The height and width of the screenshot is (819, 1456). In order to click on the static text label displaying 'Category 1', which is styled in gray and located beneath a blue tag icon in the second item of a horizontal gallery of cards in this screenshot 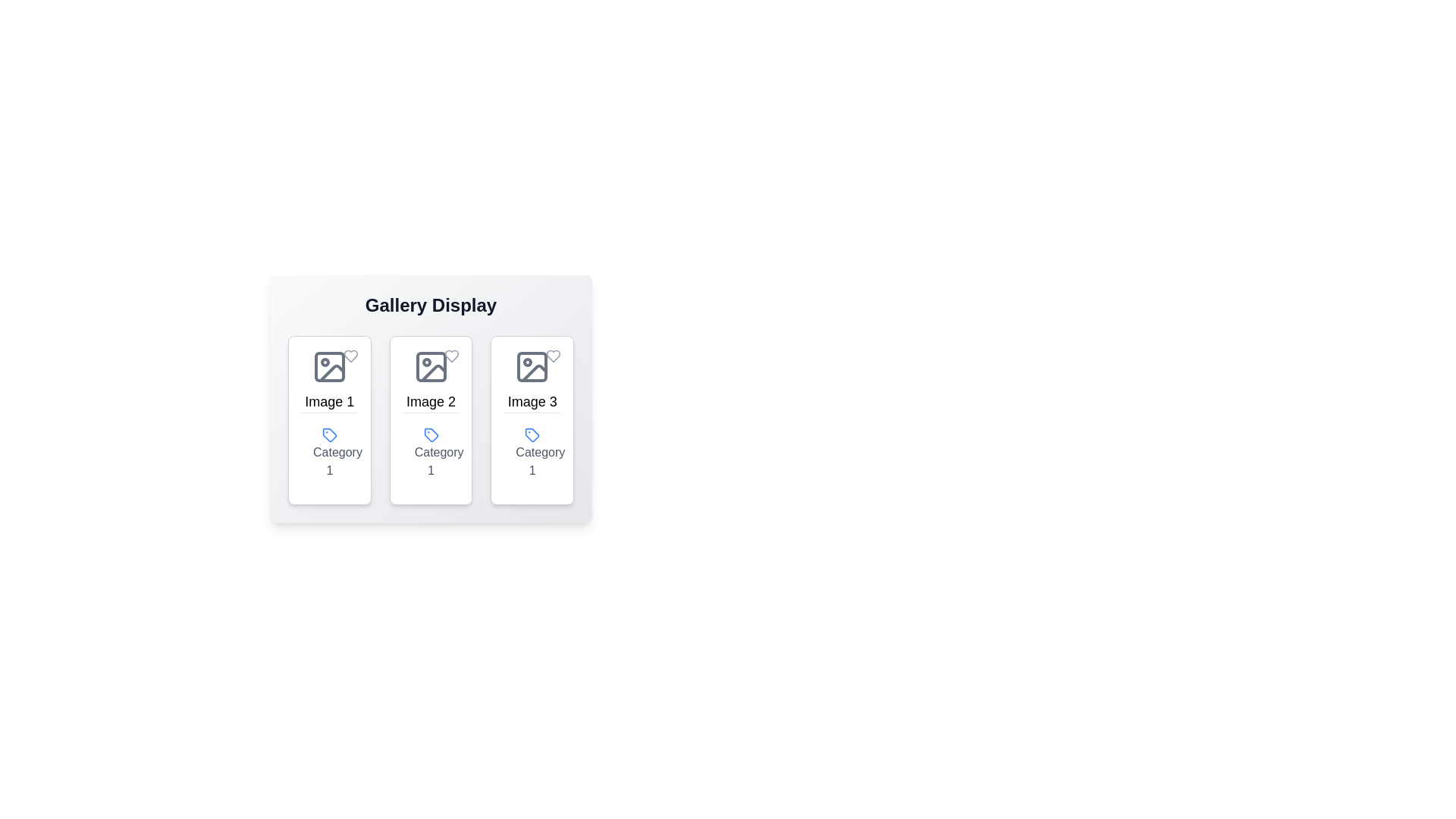, I will do `click(430, 451)`.